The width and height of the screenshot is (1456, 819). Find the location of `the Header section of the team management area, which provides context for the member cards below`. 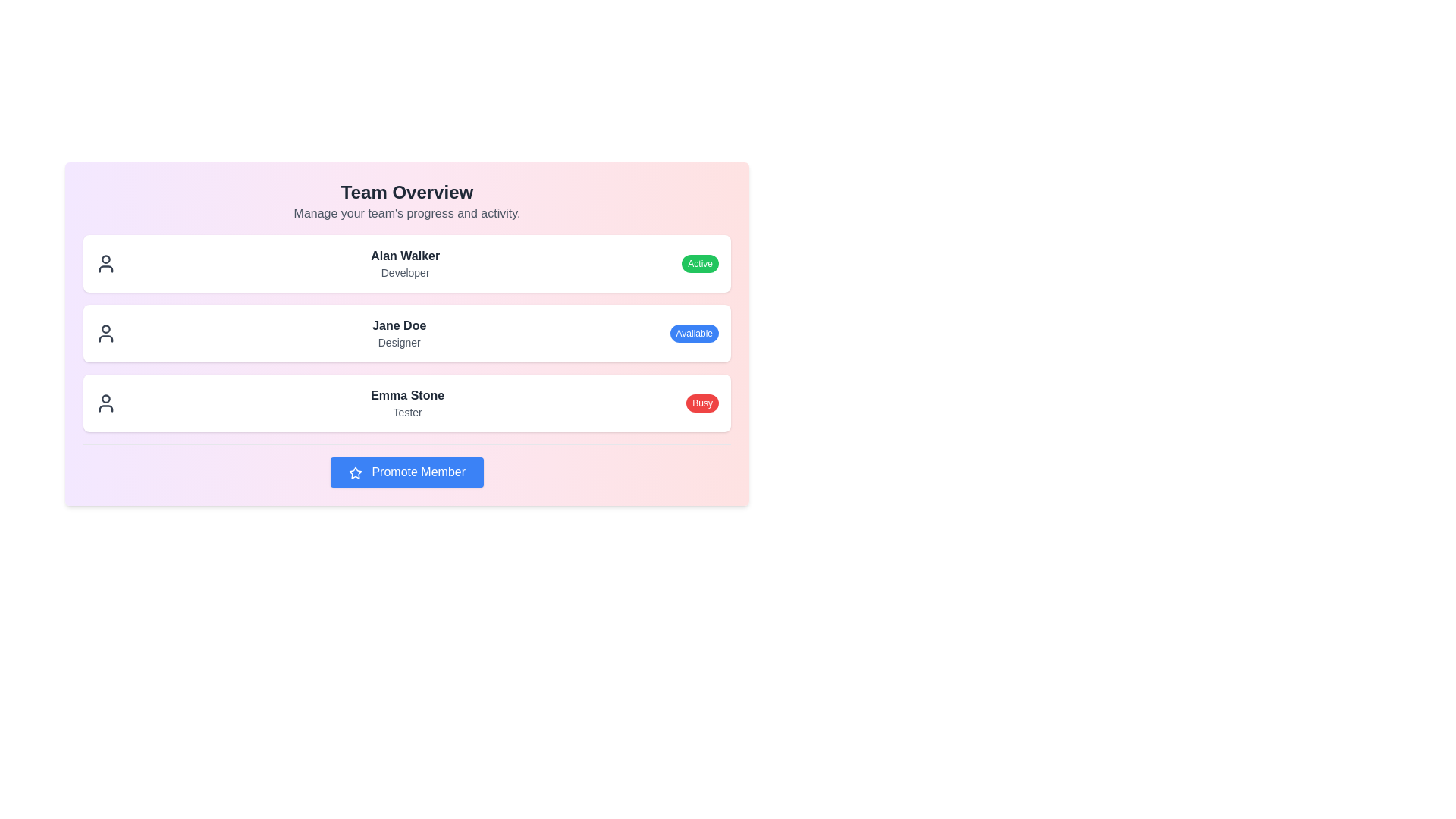

the Header section of the team management area, which provides context for the member cards below is located at coordinates (407, 201).